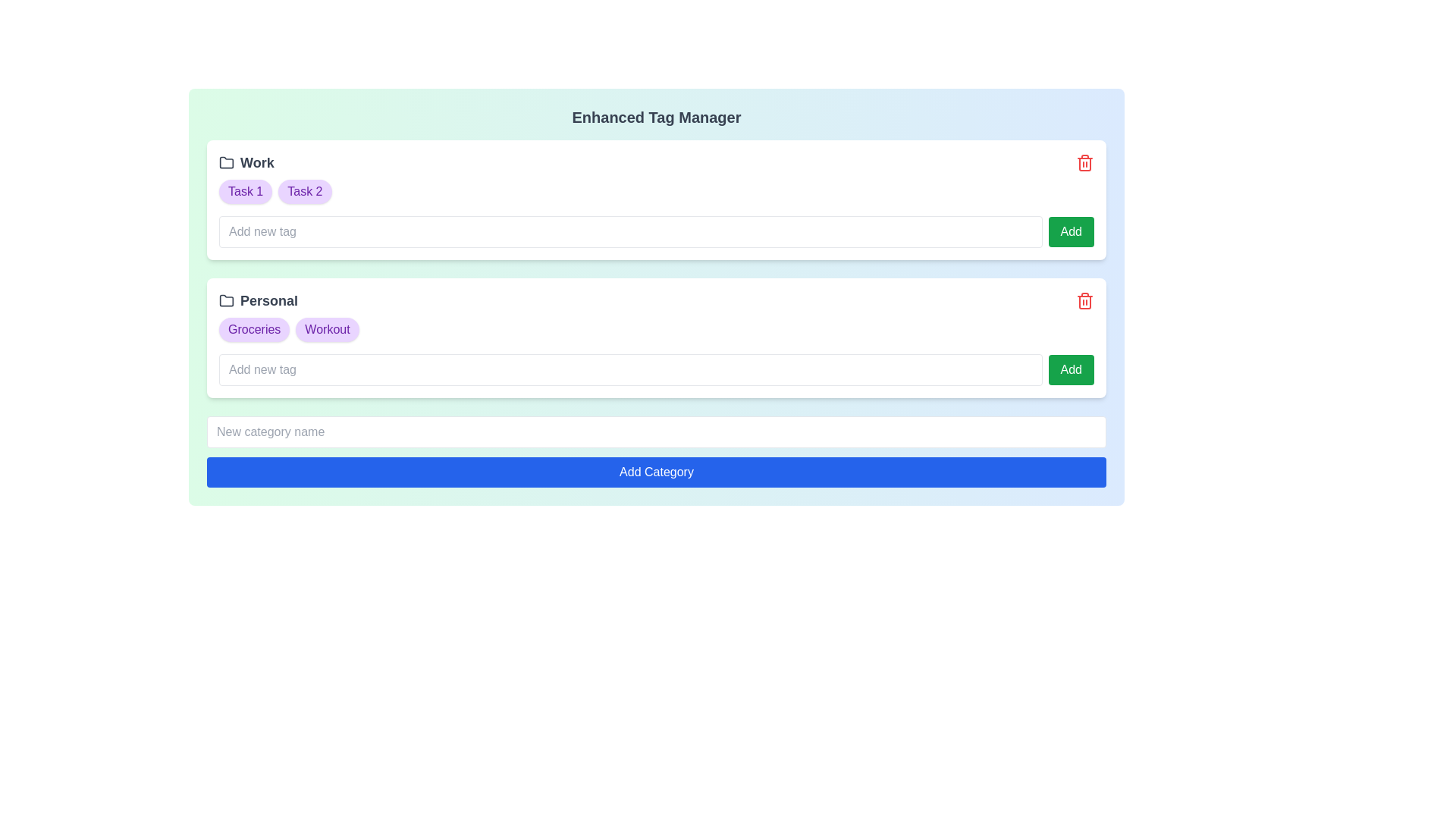 The width and height of the screenshot is (1456, 819). Describe the element at coordinates (327, 329) in the screenshot. I see `the pill-shaped tag labeled 'Workout' with a purple background, located in the 'Personal' section as the second tag next to 'Groceries'` at that location.